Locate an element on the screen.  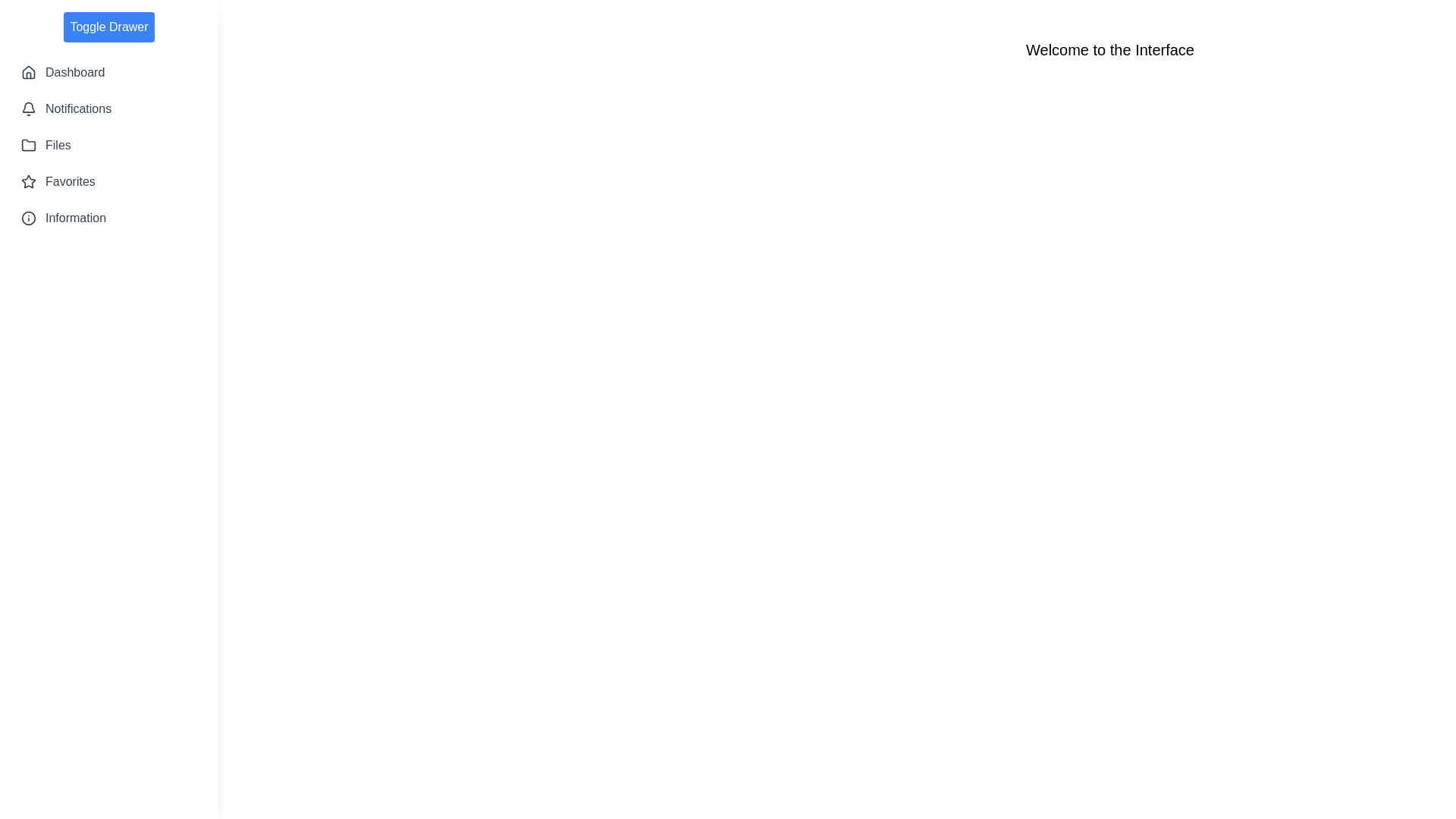
the icon corresponding to the Notifications in the sidebar is located at coordinates (29, 108).